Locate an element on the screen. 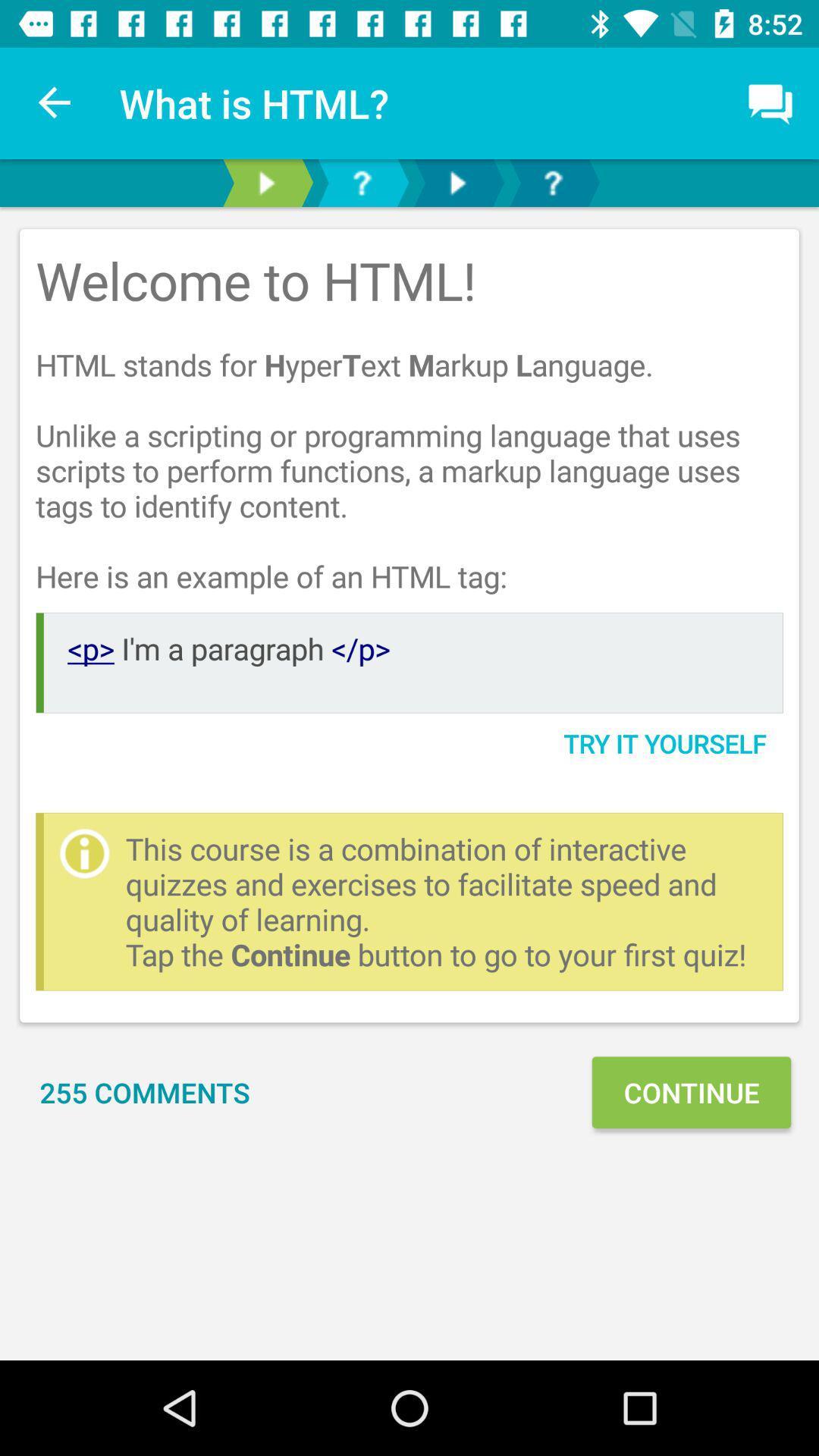  two questions ahead is located at coordinates (553, 182).